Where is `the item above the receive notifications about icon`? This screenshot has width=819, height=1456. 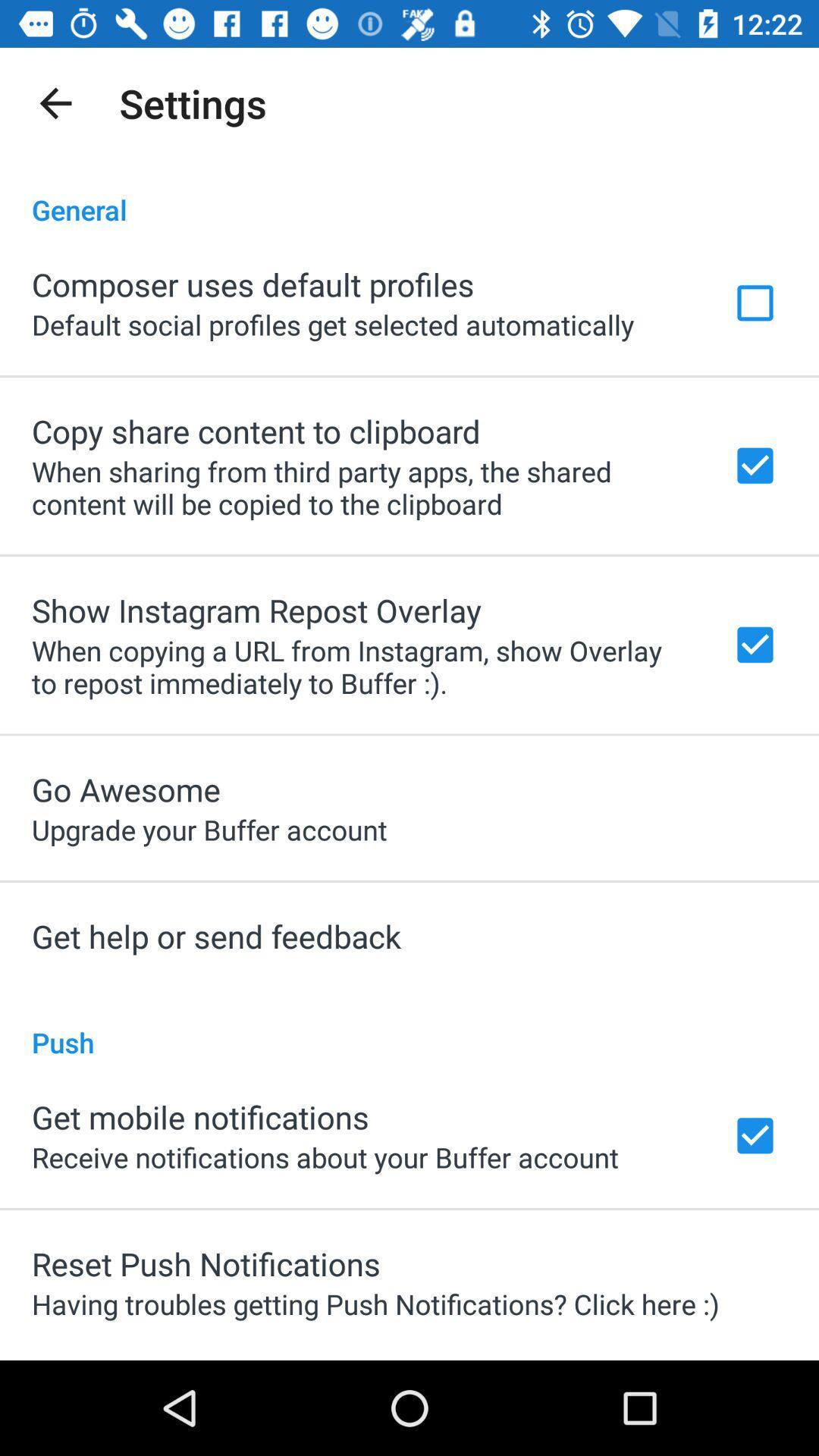
the item above the receive notifications about icon is located at coordinates (199, 1117).